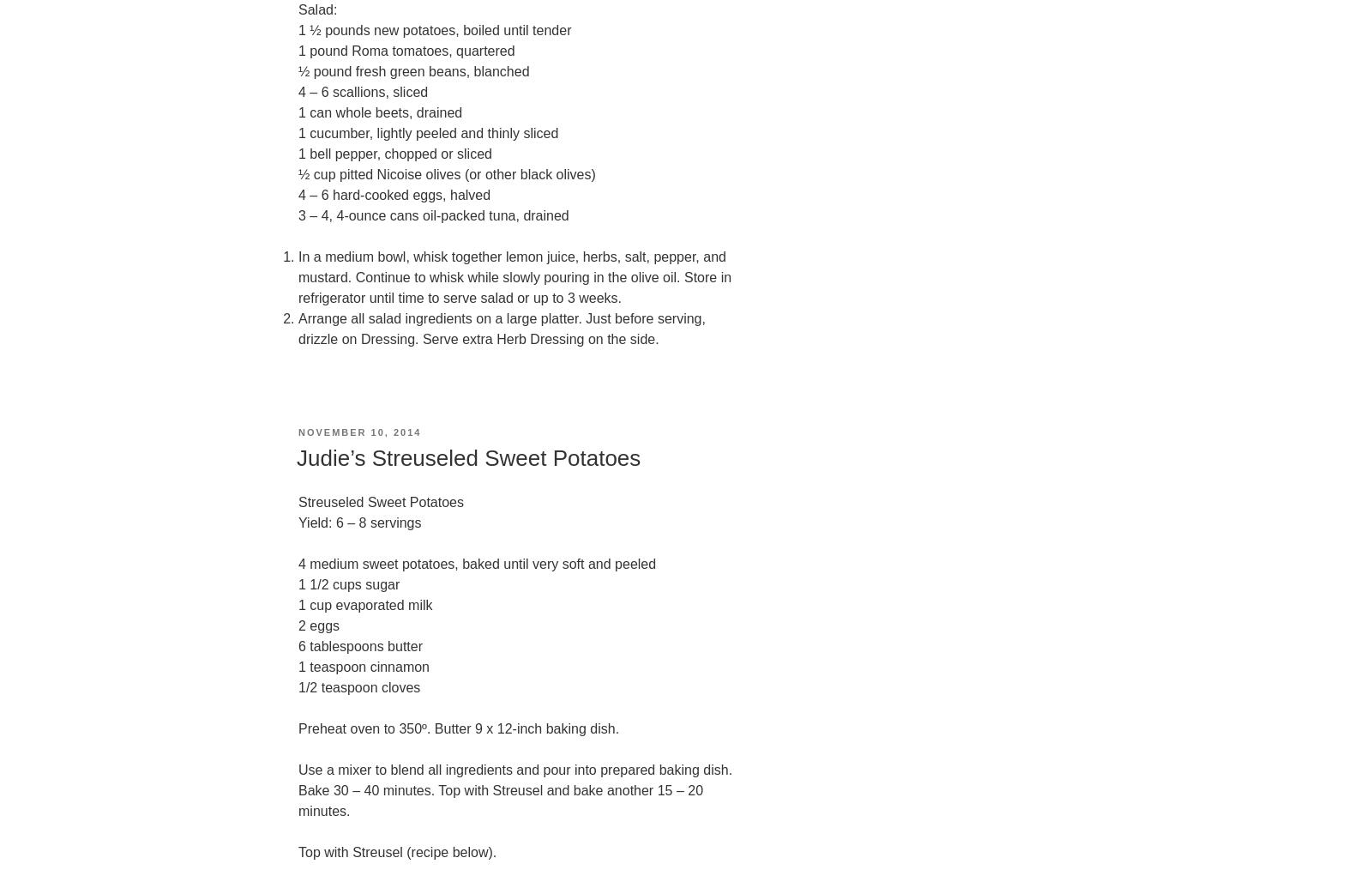  I want to click on 'Top with Streusel (recipe below).', so click(298, 851).